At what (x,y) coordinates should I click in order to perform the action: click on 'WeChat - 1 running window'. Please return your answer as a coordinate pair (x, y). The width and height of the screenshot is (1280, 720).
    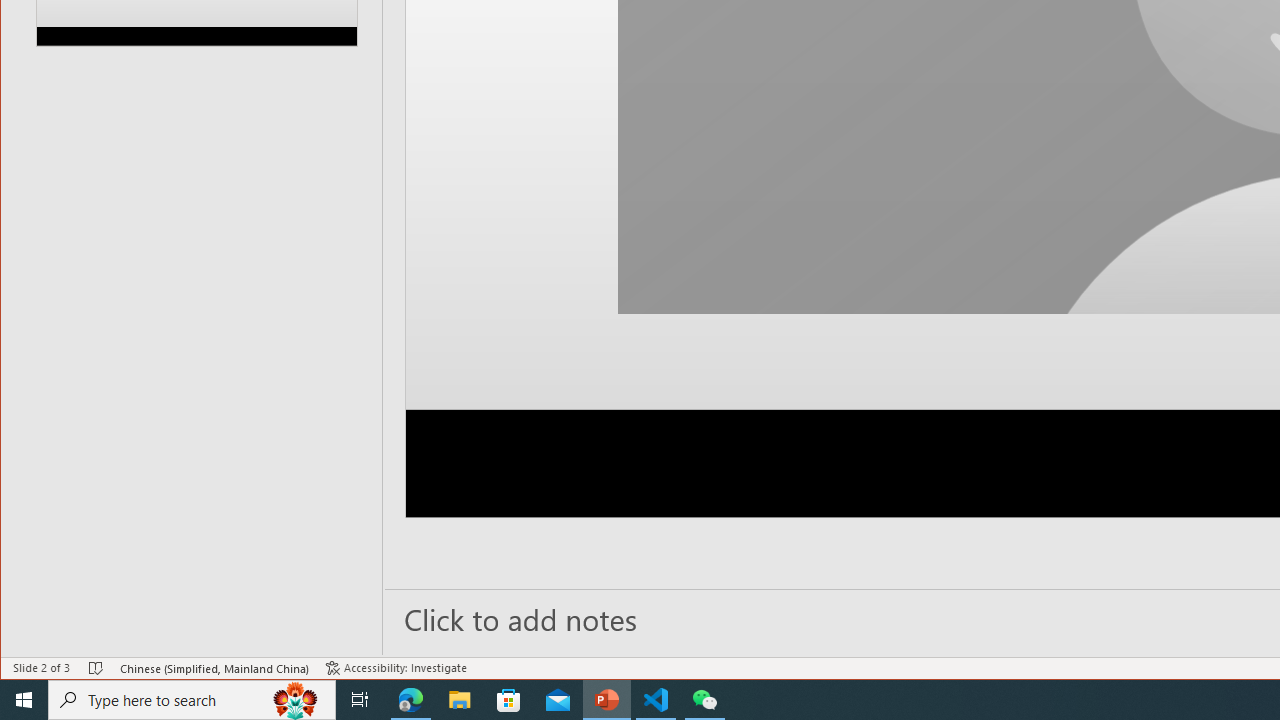
    Looking at the image, I should click on (705, 698).